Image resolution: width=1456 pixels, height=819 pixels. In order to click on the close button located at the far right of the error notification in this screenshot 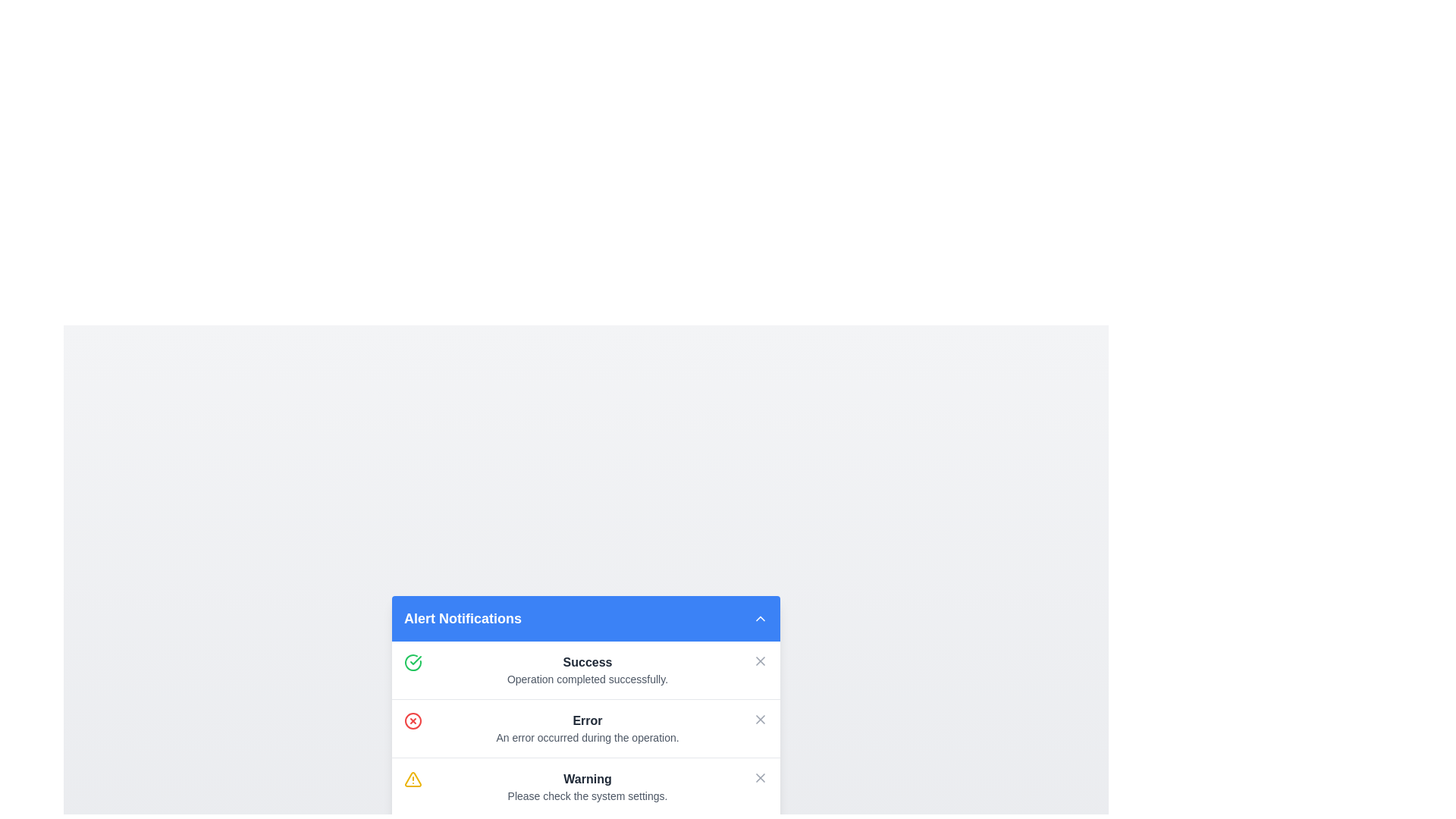, I will do `click(761, 718)`.